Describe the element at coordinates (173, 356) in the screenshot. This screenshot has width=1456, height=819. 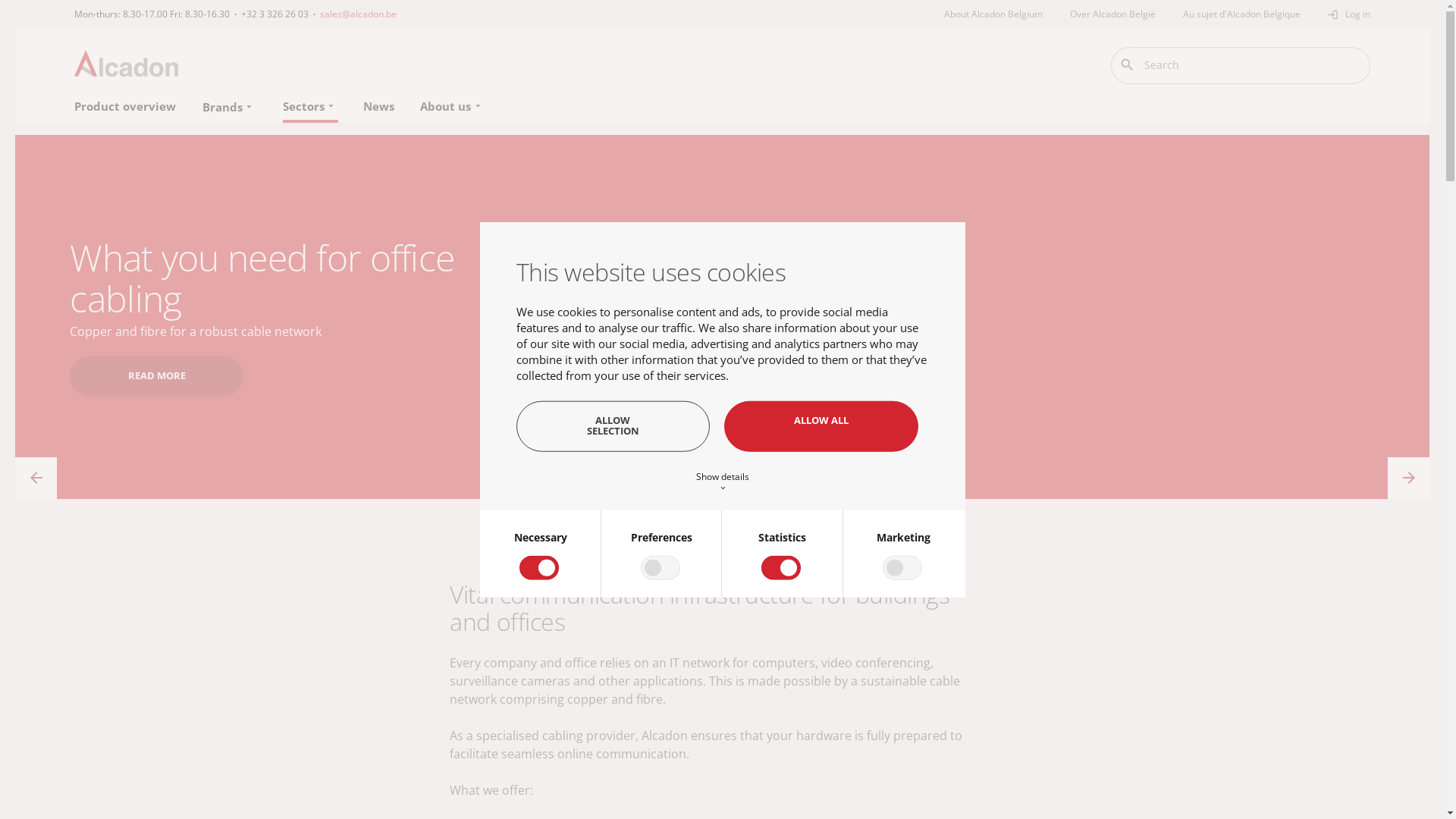
I see `'MEET THE BRANDS'` at that location.